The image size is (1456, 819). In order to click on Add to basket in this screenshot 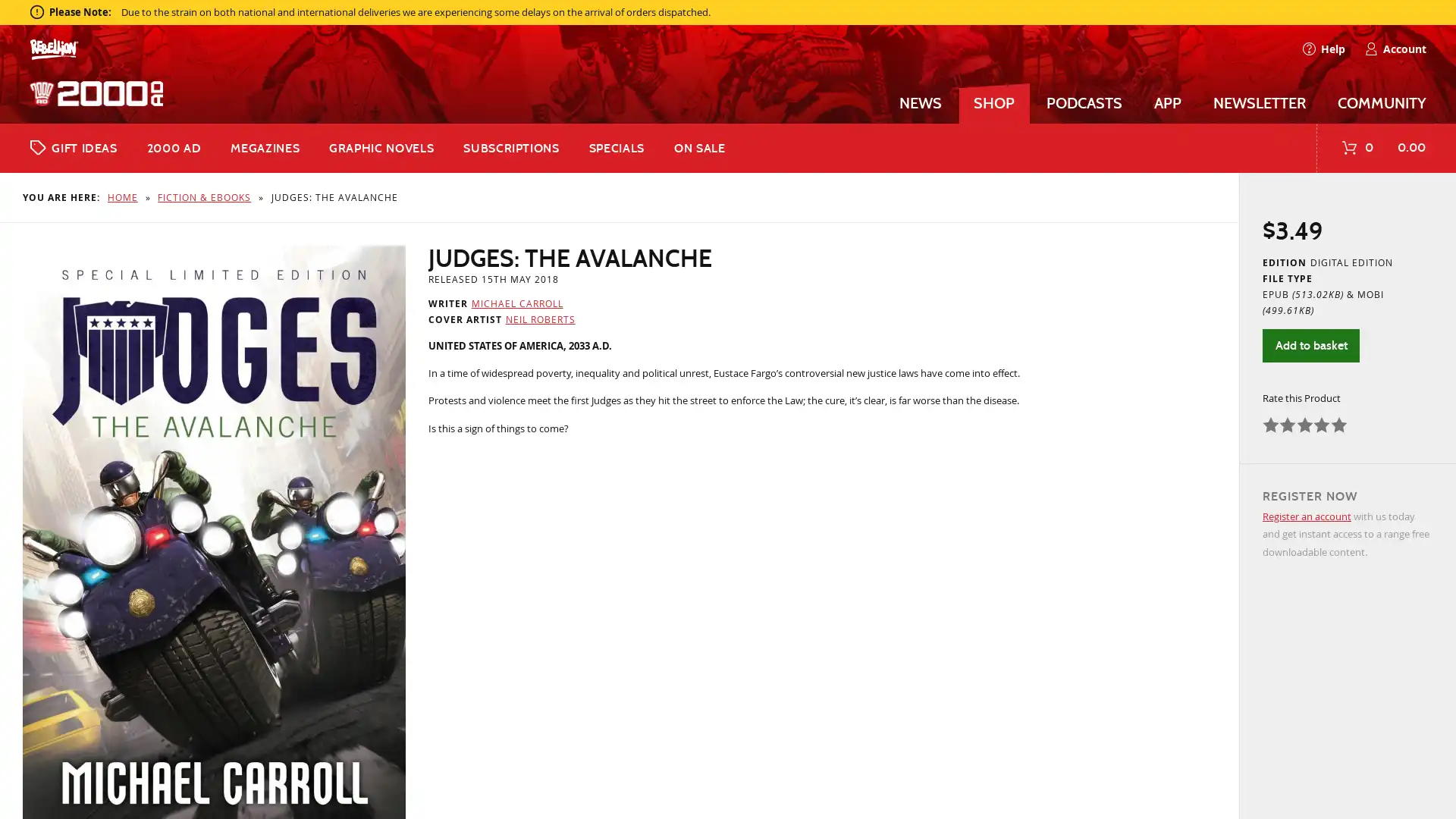, I will do `click(1310, 345)`.